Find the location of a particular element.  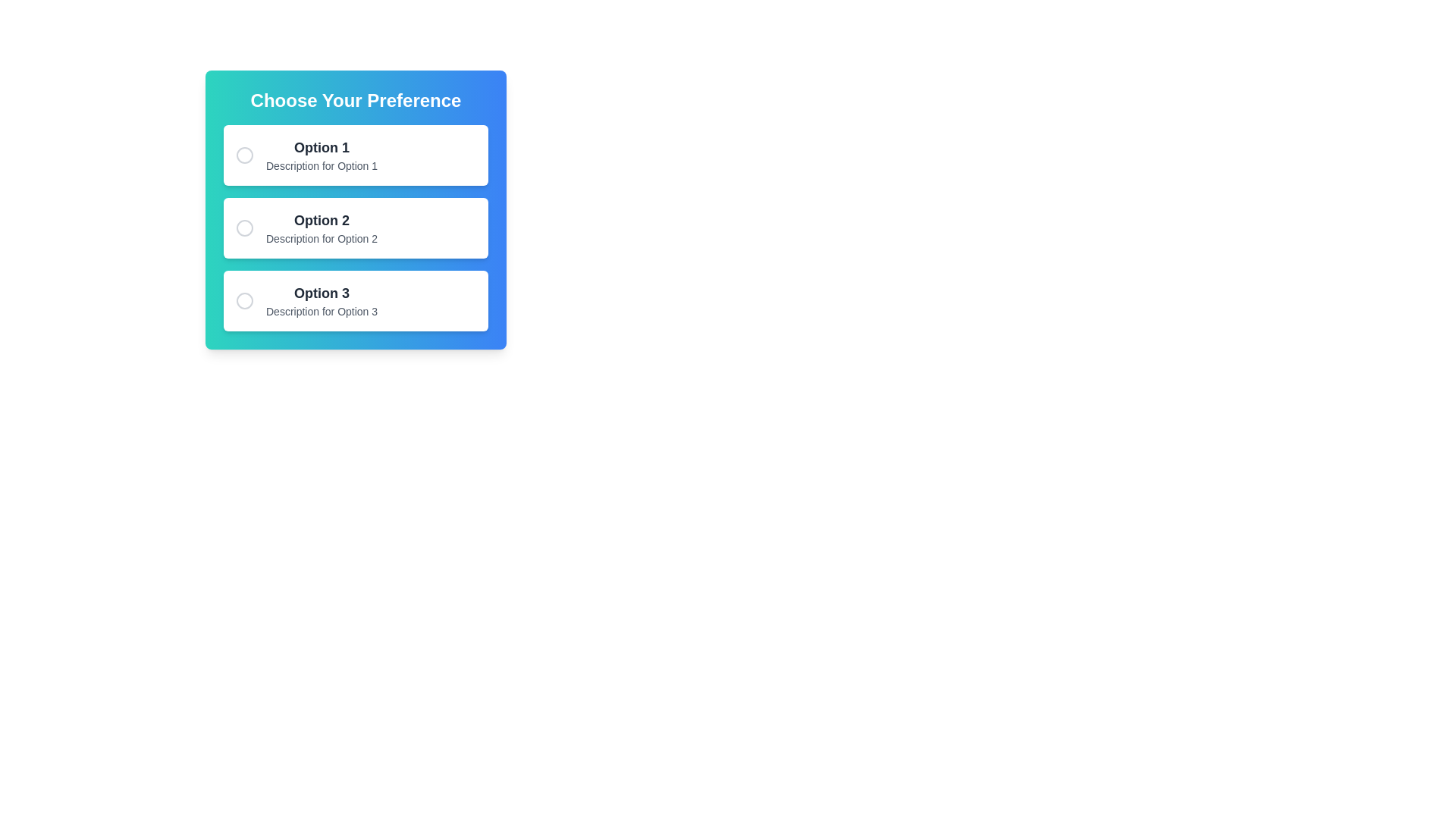

the gray radio button icon for Option 2 in the 'Choose Your Preference' card is located at coordinates (244, 227).